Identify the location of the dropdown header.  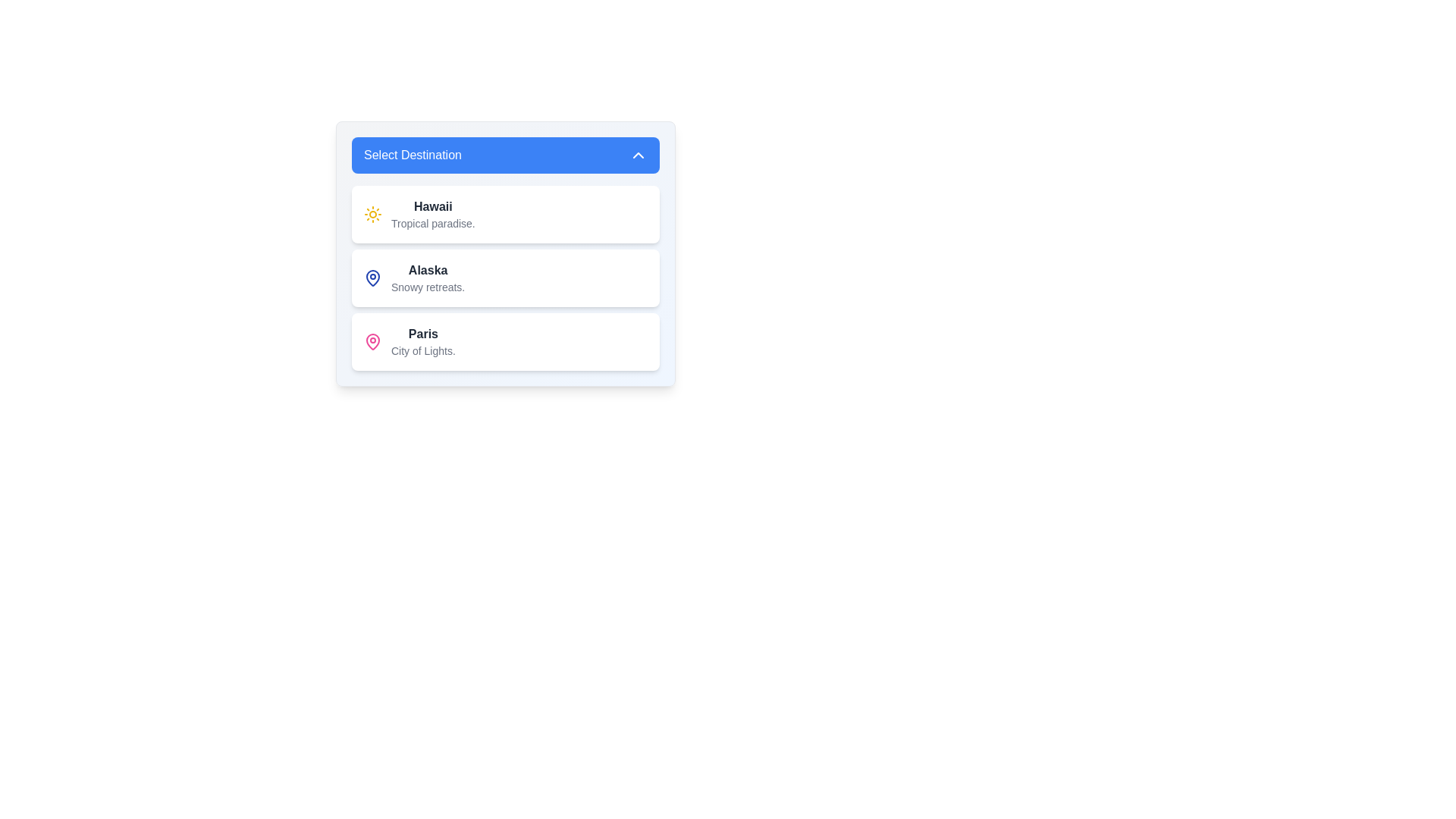
(413, 155).